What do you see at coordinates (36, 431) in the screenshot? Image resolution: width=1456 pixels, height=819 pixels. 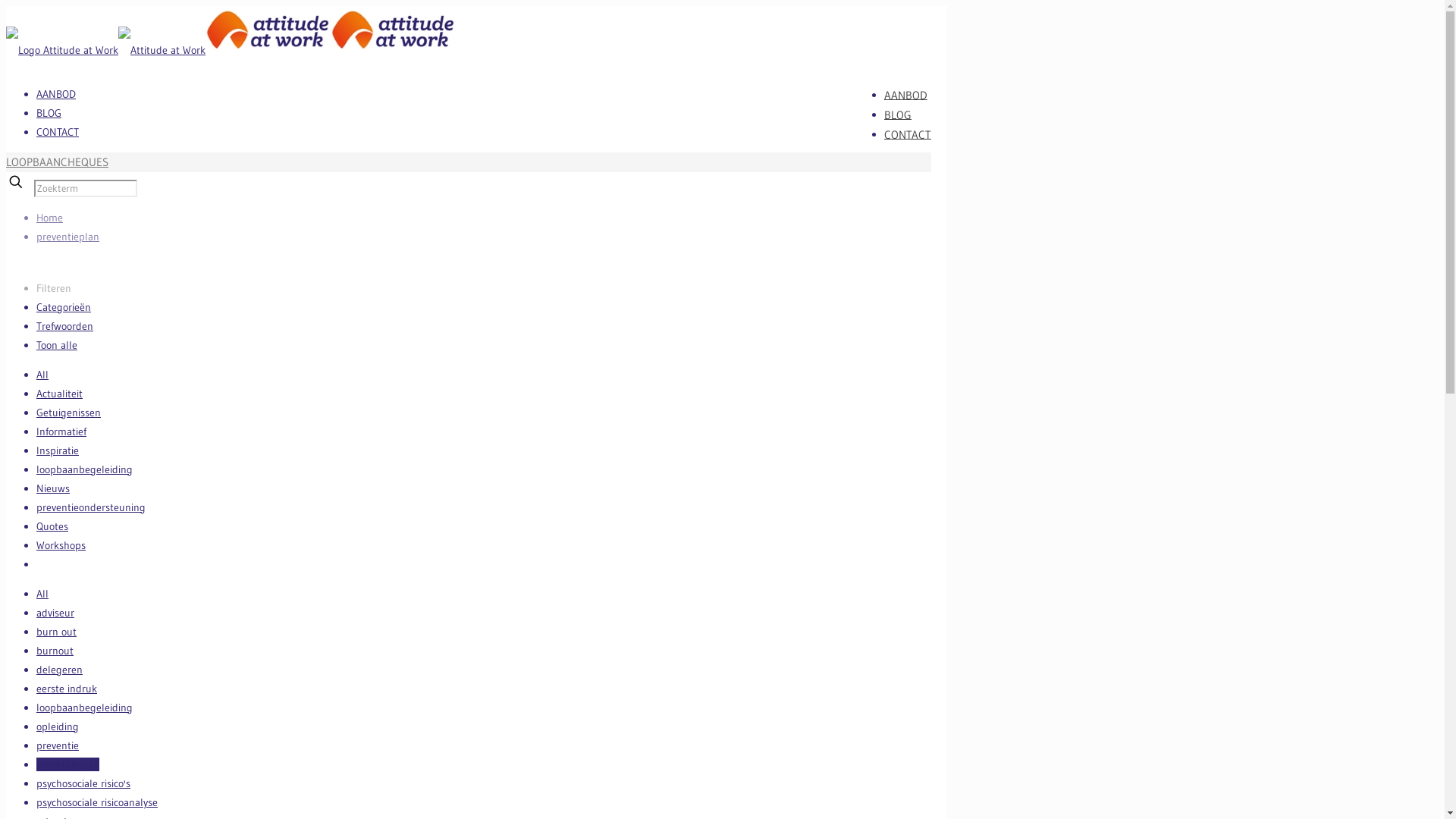 I see `'Informatief'` at bounding box center [36, 431].